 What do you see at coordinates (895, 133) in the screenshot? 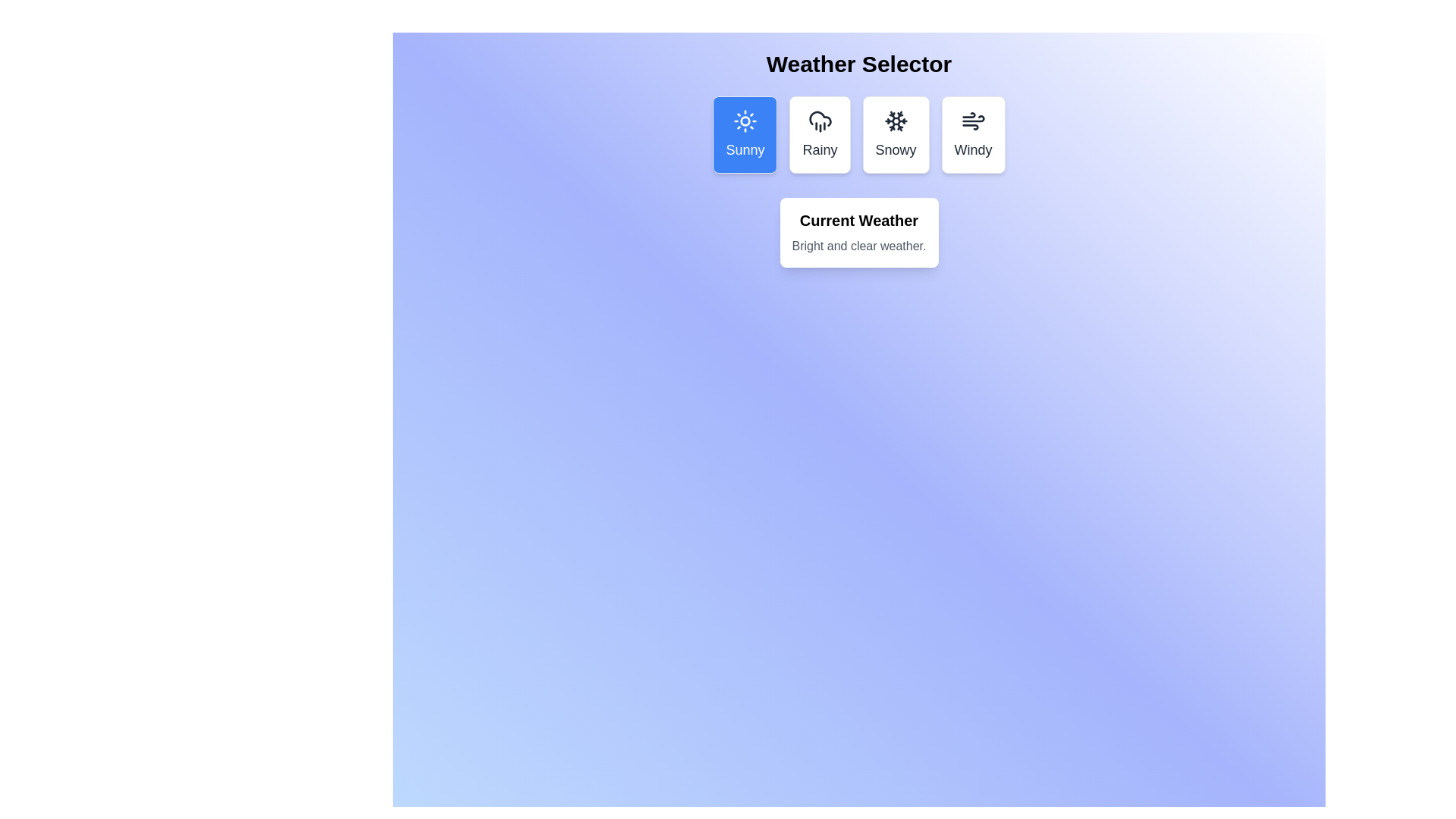
I see `the weather option Snowy by clicking on the respective button` at bounding box center [895, 133].